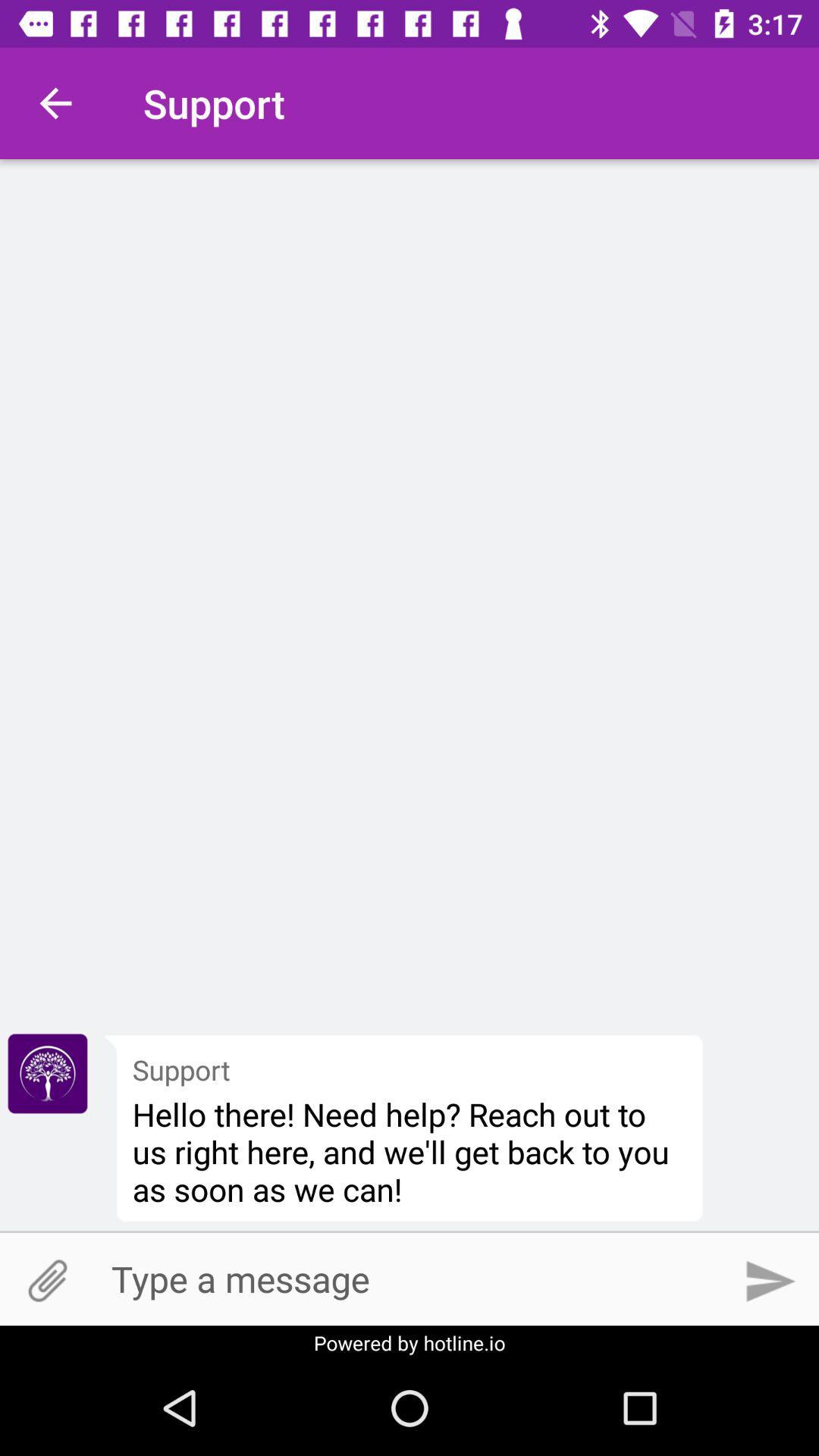 This screenshot has width=819, height=1456. I want to click on the item below the support item, so click(409, 1151).